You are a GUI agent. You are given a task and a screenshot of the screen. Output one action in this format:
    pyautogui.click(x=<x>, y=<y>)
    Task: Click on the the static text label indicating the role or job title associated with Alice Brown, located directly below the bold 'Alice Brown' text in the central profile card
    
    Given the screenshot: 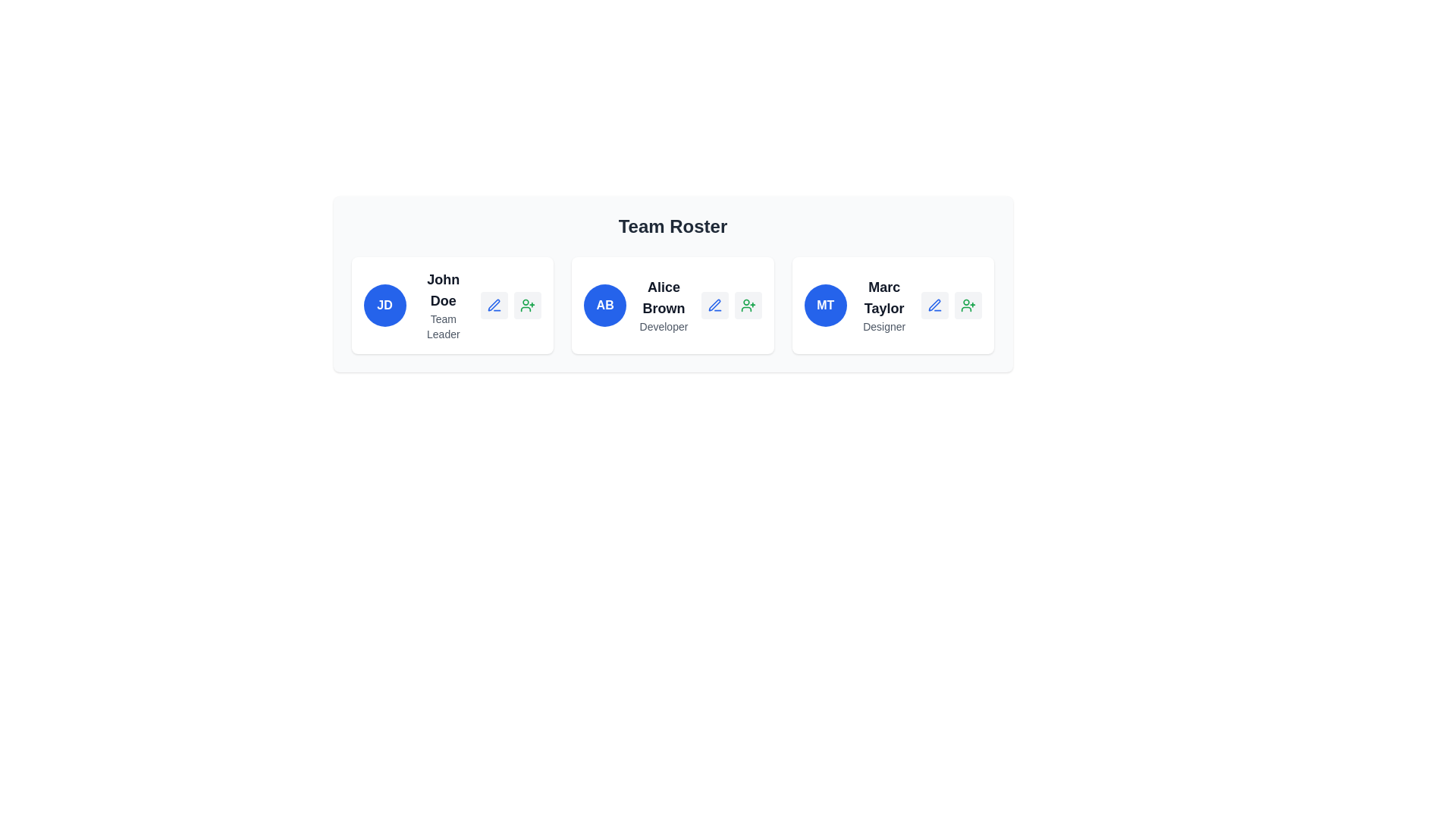 What is the action you would take?
    pyautogui.click(x=664, y=326)
    